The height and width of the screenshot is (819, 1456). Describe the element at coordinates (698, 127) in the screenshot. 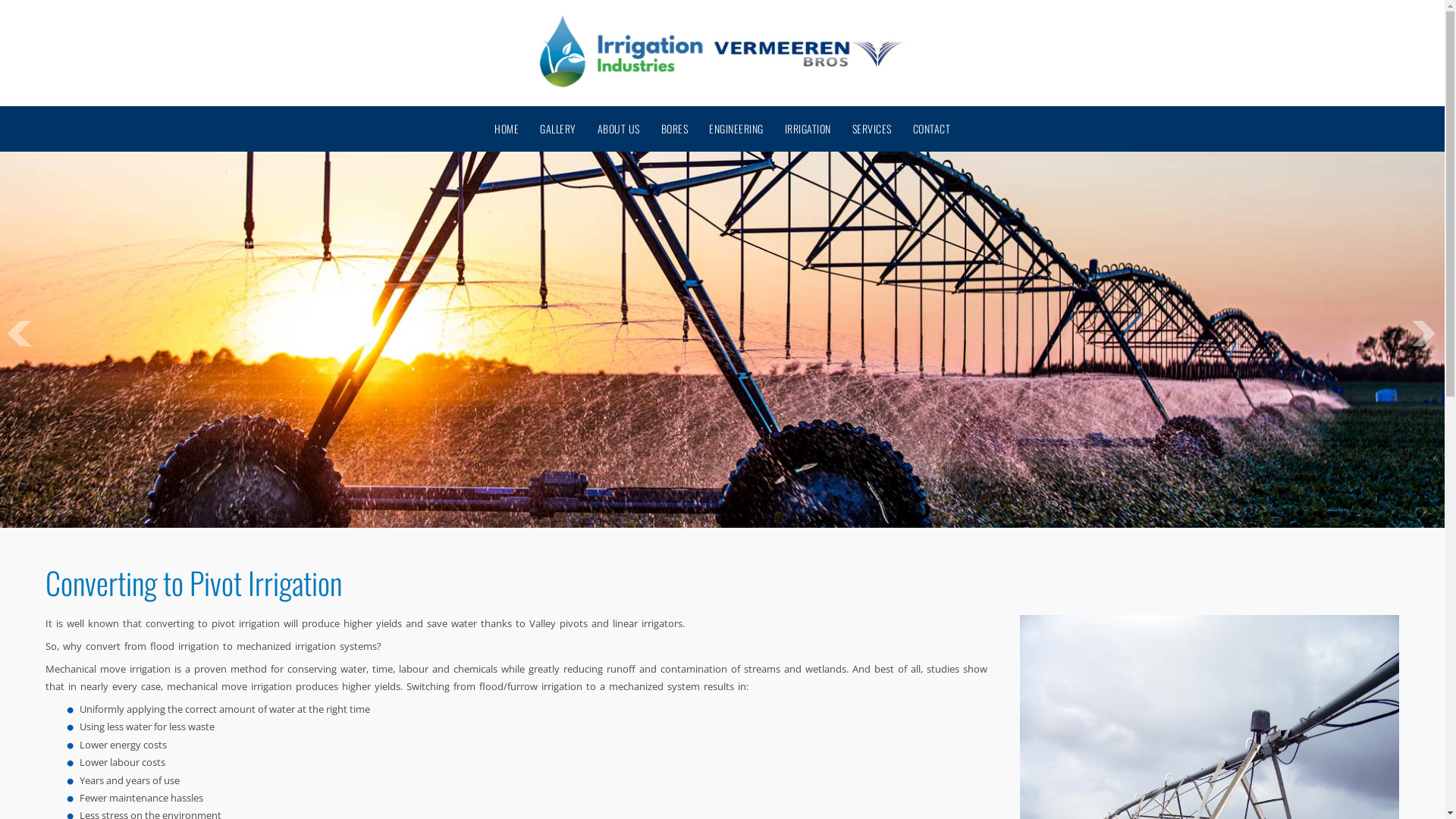

I see `'ENGINEERING'` at that location.